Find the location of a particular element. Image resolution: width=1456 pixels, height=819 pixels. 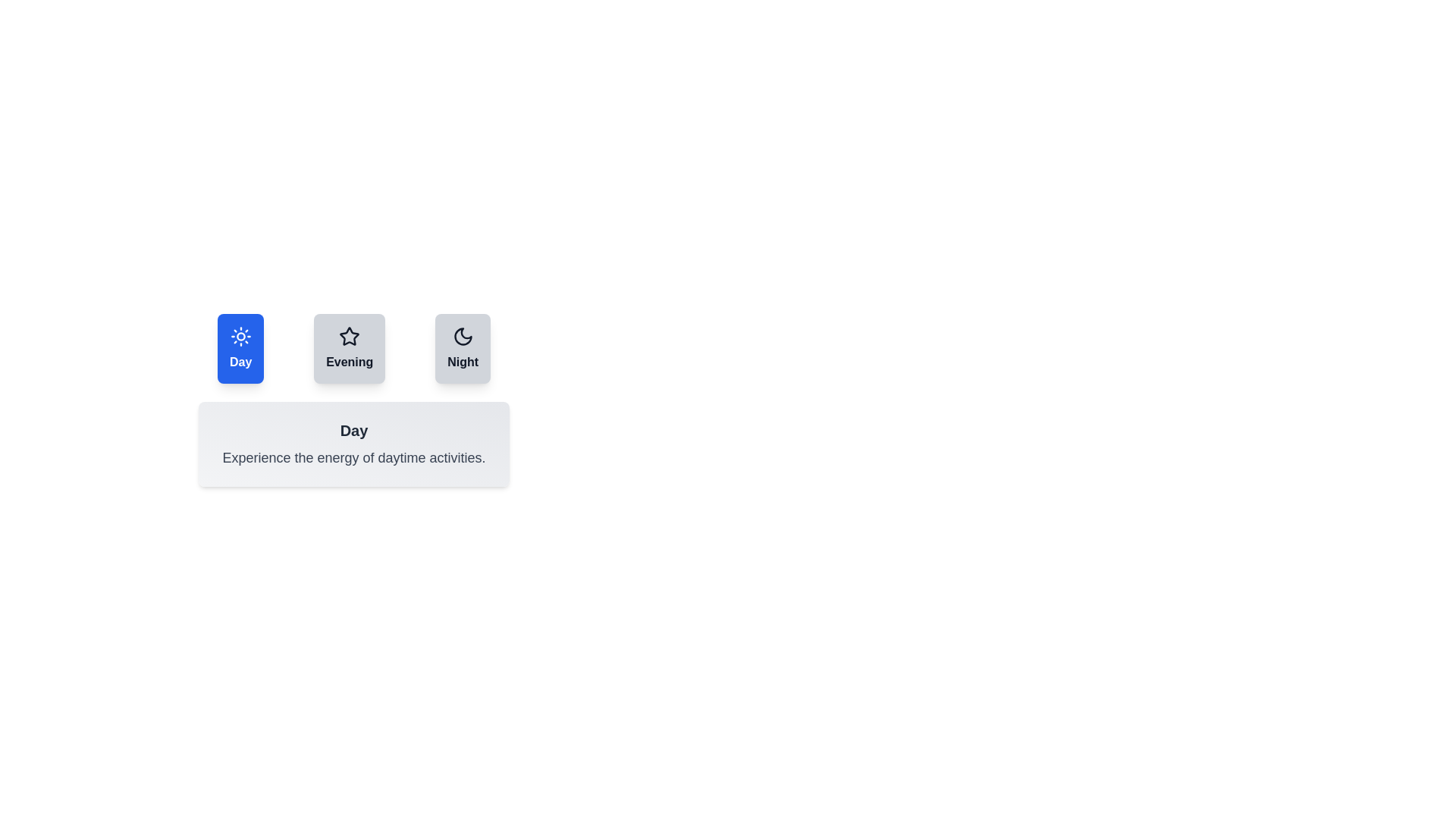

the tab labeled Evening to activate it is located at coordinates (349, 348).